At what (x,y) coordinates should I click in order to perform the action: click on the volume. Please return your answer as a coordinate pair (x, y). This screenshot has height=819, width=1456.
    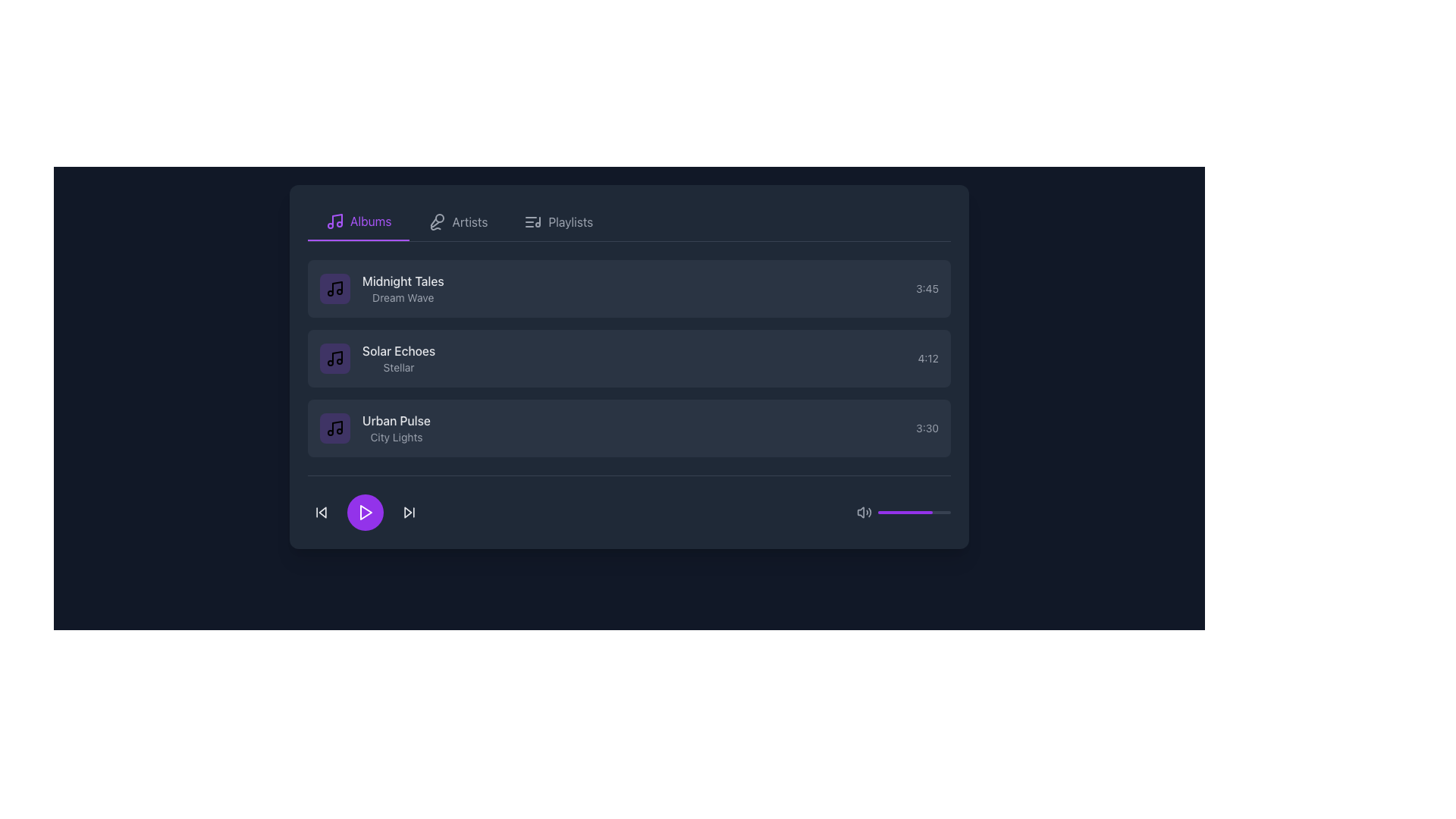
    Looking at the image, I should click on (912, 512).